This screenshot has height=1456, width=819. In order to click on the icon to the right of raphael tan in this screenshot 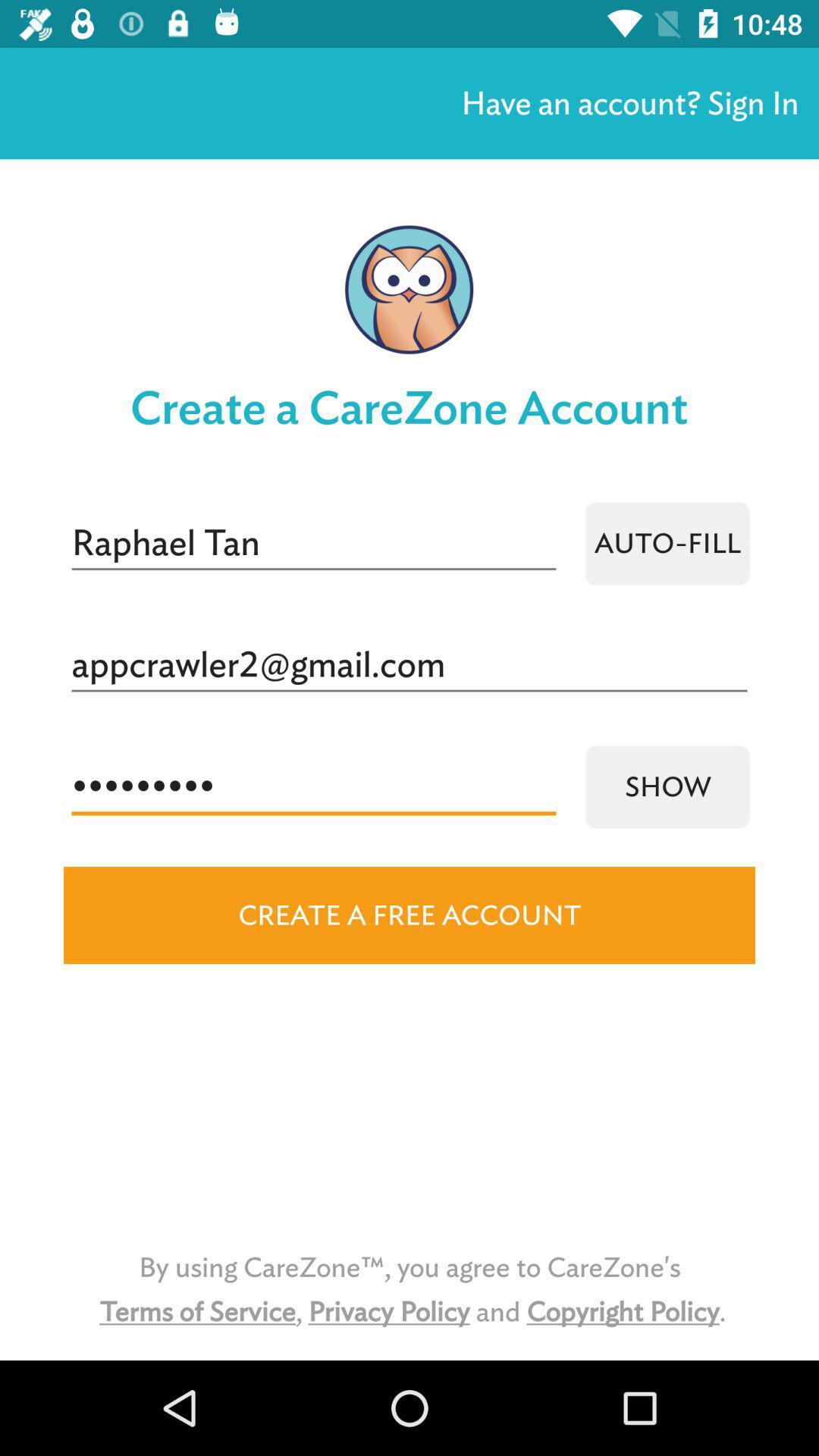, I will do `click(667, 543)`.